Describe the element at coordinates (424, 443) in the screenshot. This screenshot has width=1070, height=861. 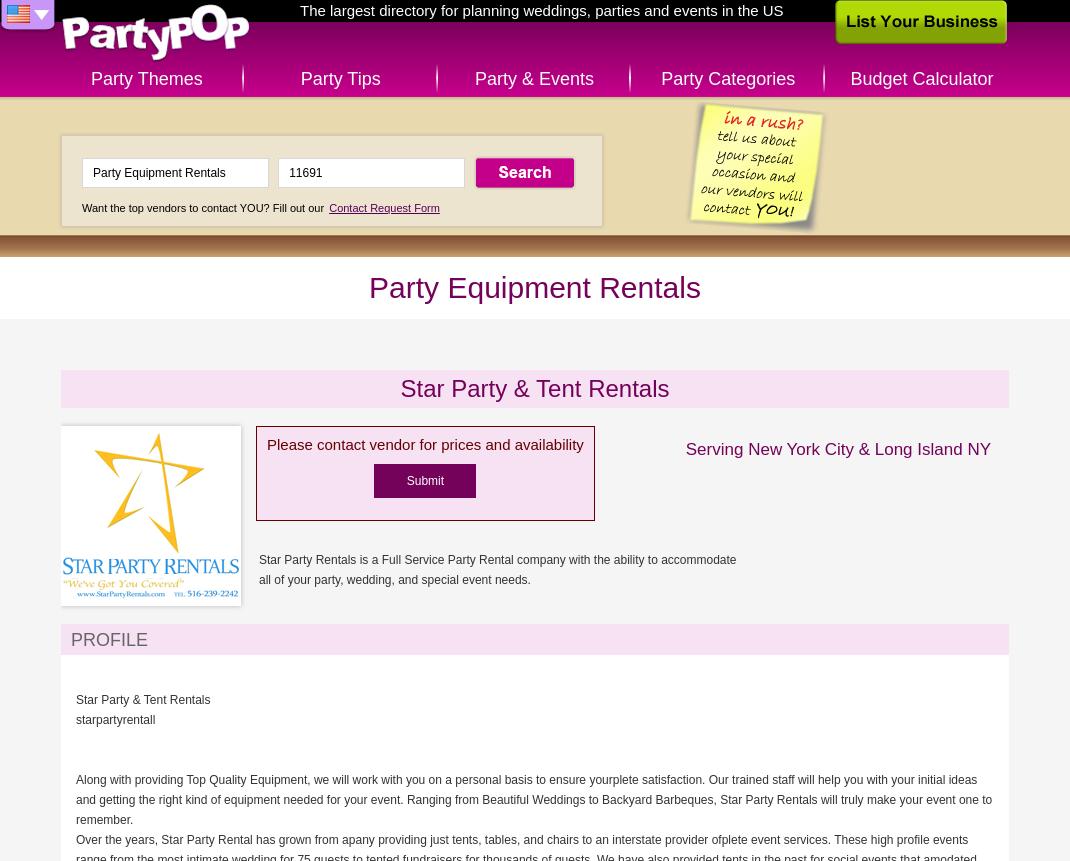
I see `'Please contact vendor for prices and availability'` at that location.